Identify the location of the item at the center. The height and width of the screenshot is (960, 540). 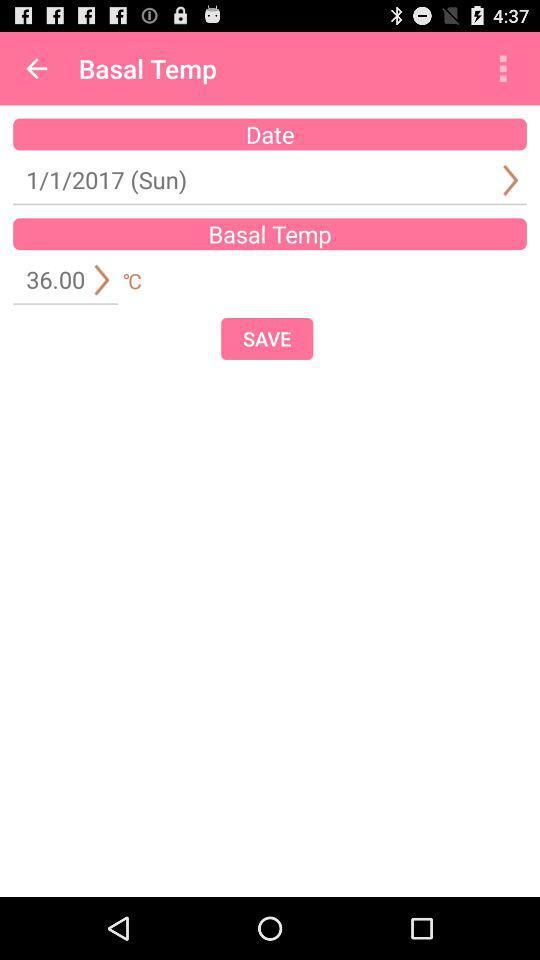
(267, 338).